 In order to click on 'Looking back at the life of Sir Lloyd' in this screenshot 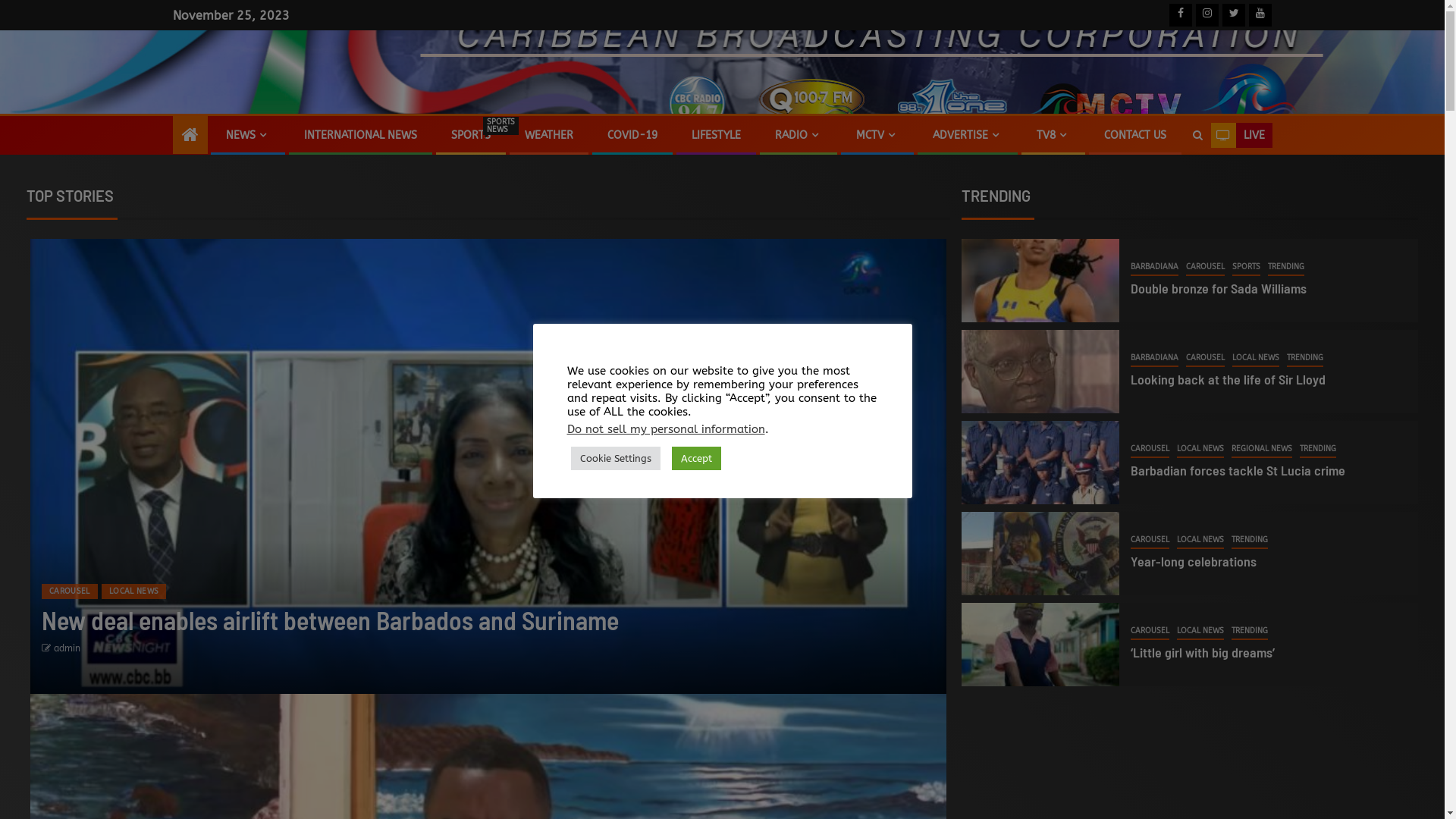, I will do `click(1131, 378)`.